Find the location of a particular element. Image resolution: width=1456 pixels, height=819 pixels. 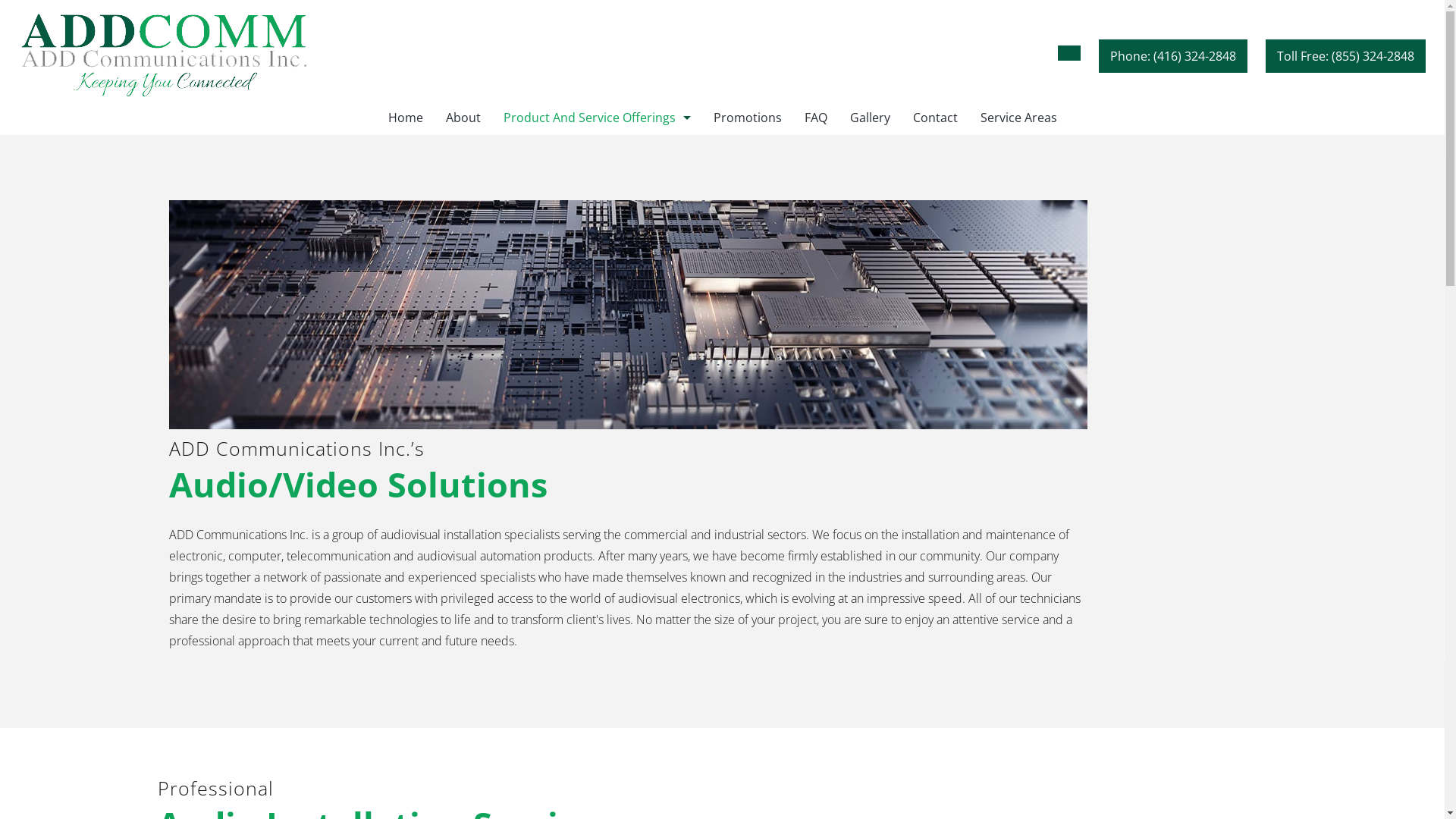

'Gallery' is located at coordinates (870, 117).